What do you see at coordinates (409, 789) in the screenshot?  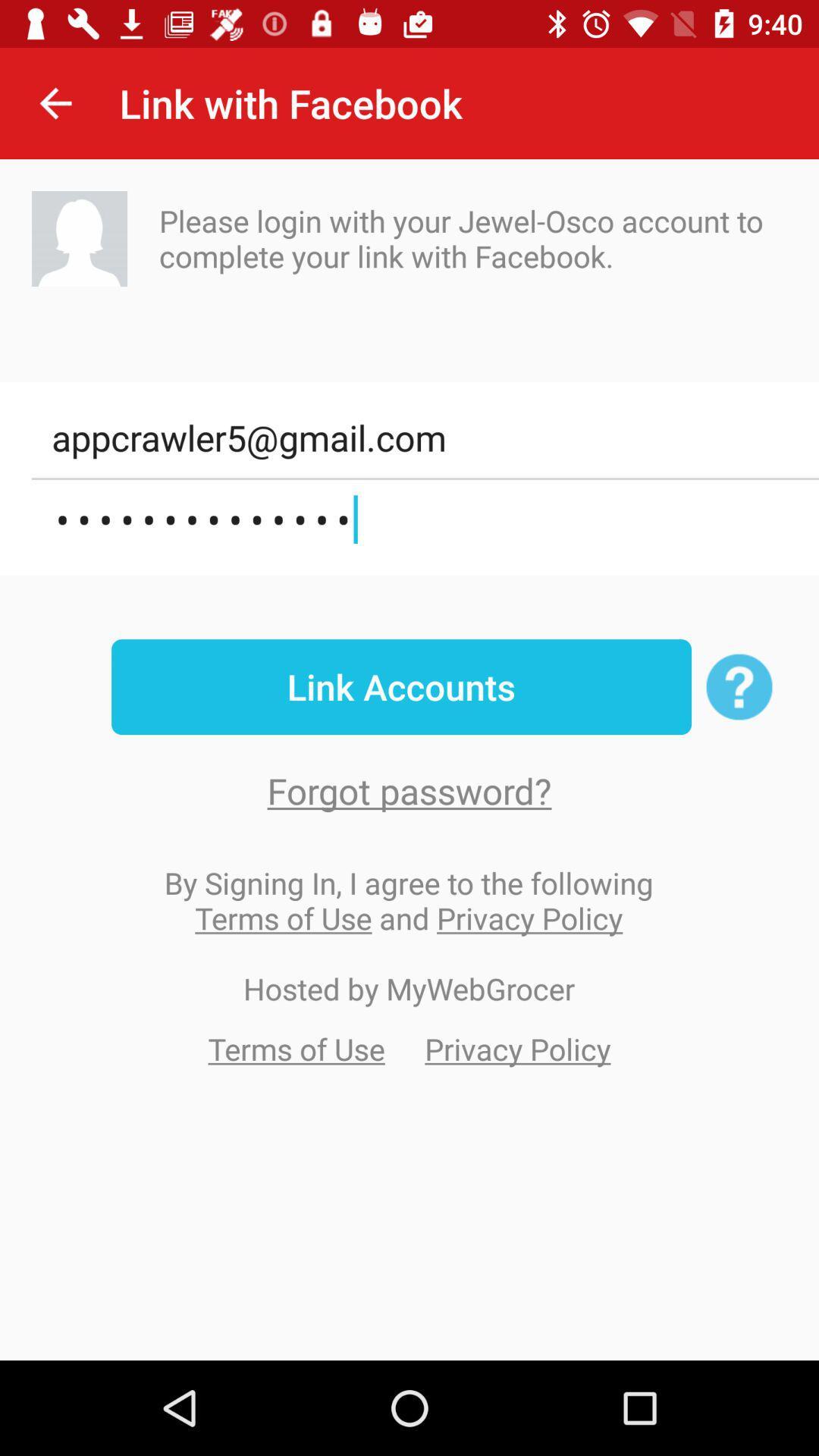 I see `item below the link accounts item` at bounding box center [409, 789].